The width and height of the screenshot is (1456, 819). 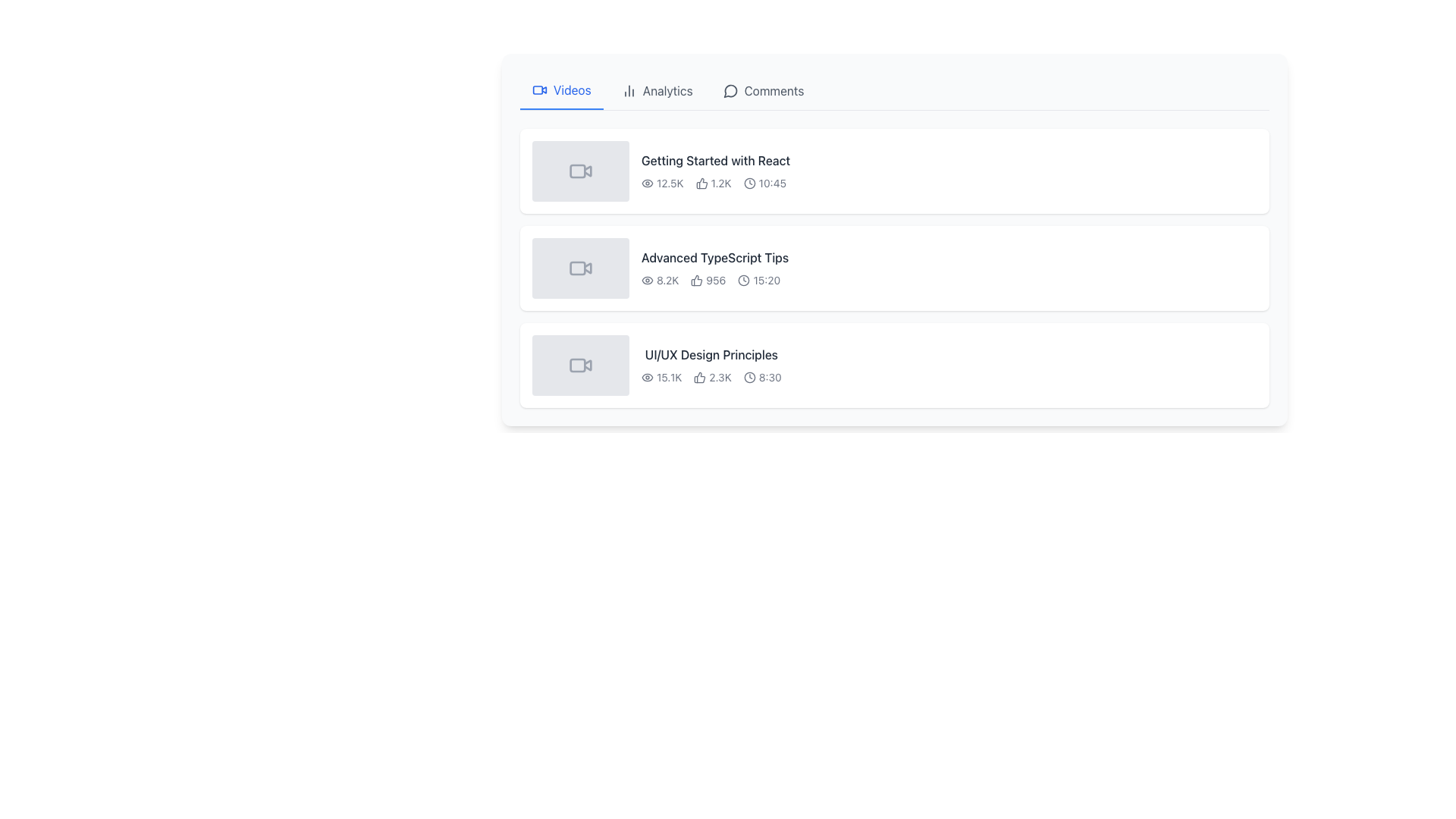 I want to click on the count displayed by the text component showing the view count for the second video entry in the metadata group, so click(x=660, y=281).